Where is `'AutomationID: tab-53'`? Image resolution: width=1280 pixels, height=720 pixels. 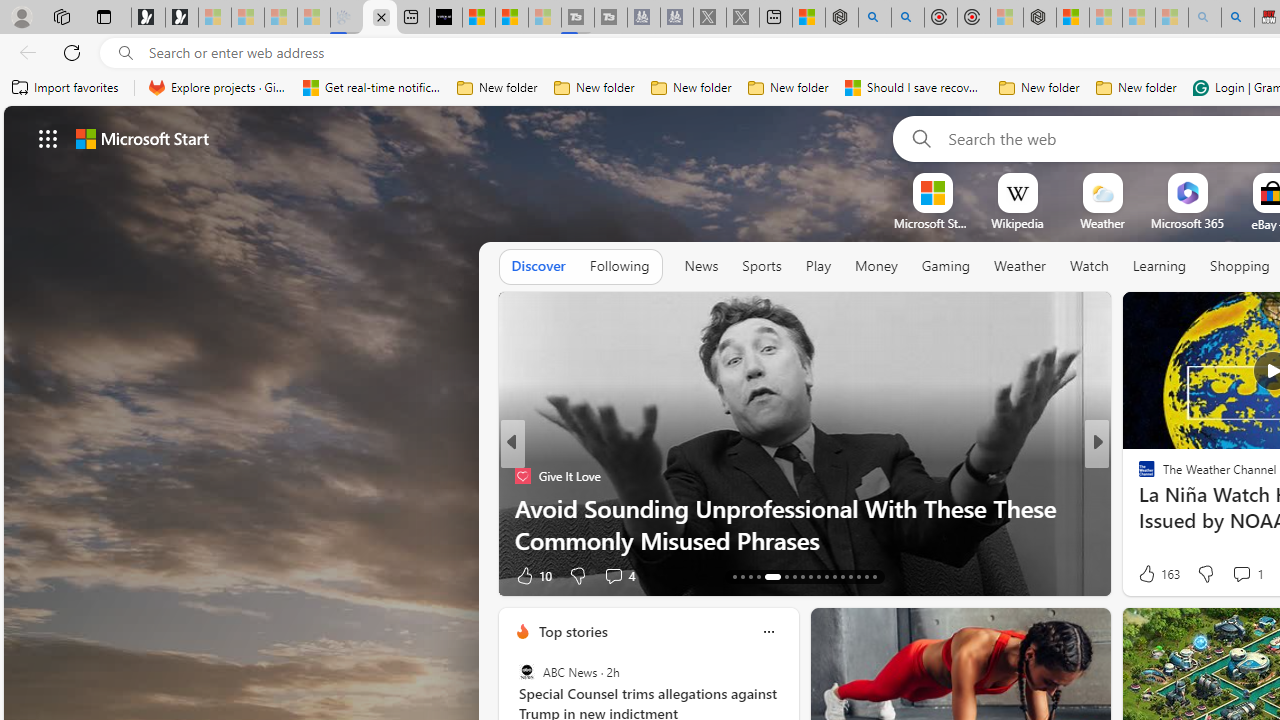 'AutomationID: tab-53' is located at coordinates (874, 577).